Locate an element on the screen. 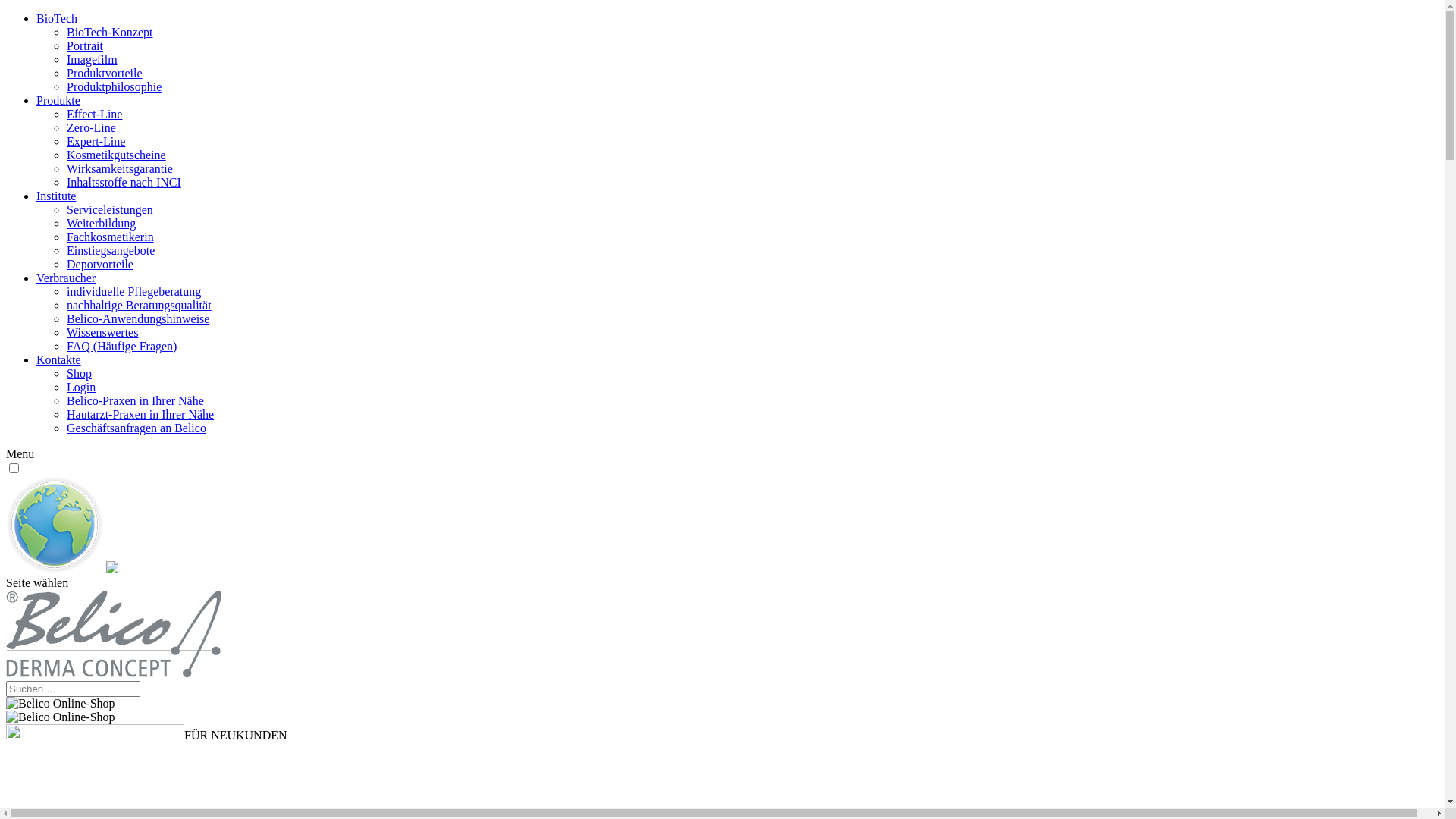  'Wissenswertes' is located at coordinates (101, 331).